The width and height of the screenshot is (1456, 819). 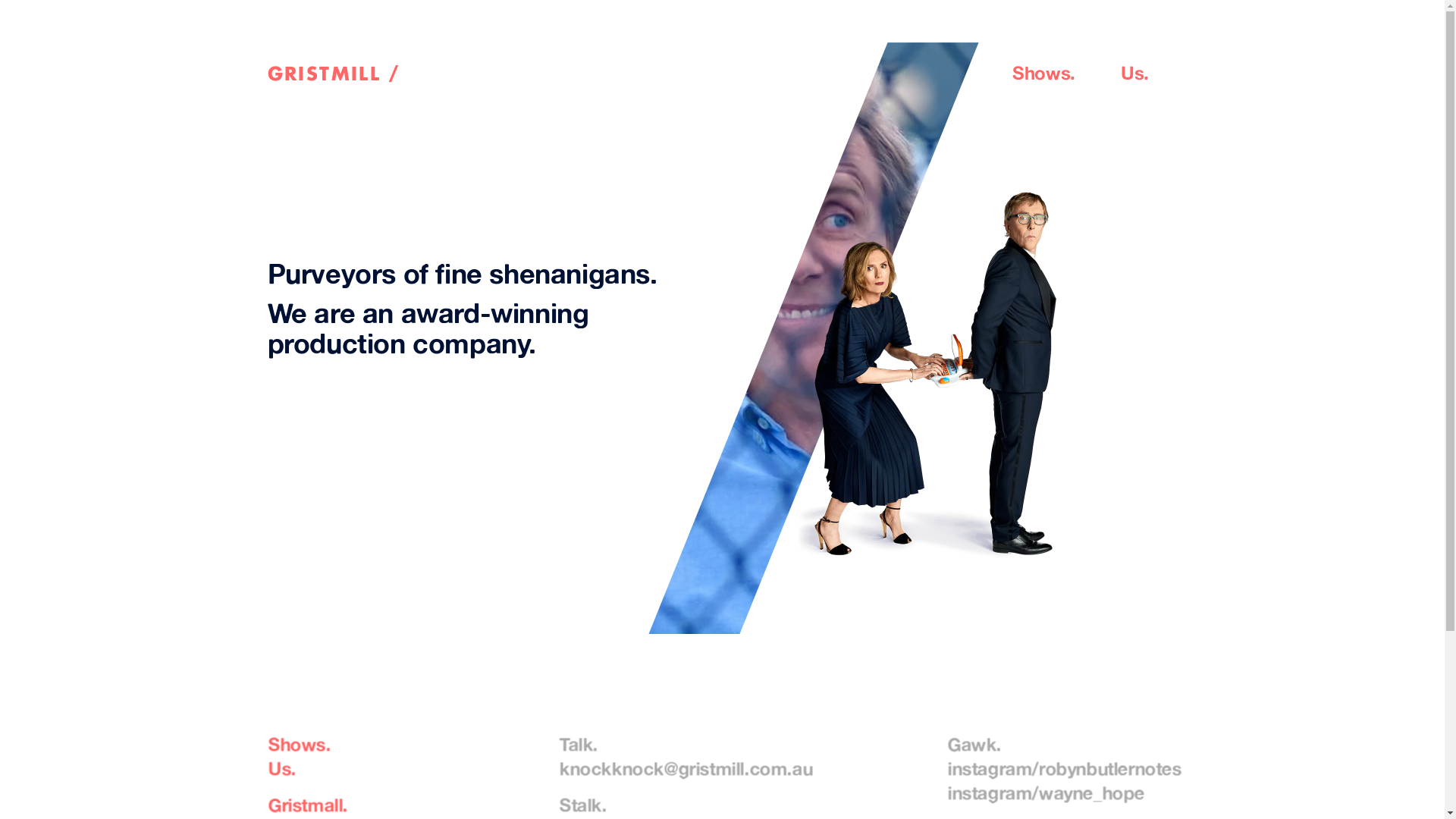 I want to click on 'instagram/wayne_hope', so click(x=946, y=792).